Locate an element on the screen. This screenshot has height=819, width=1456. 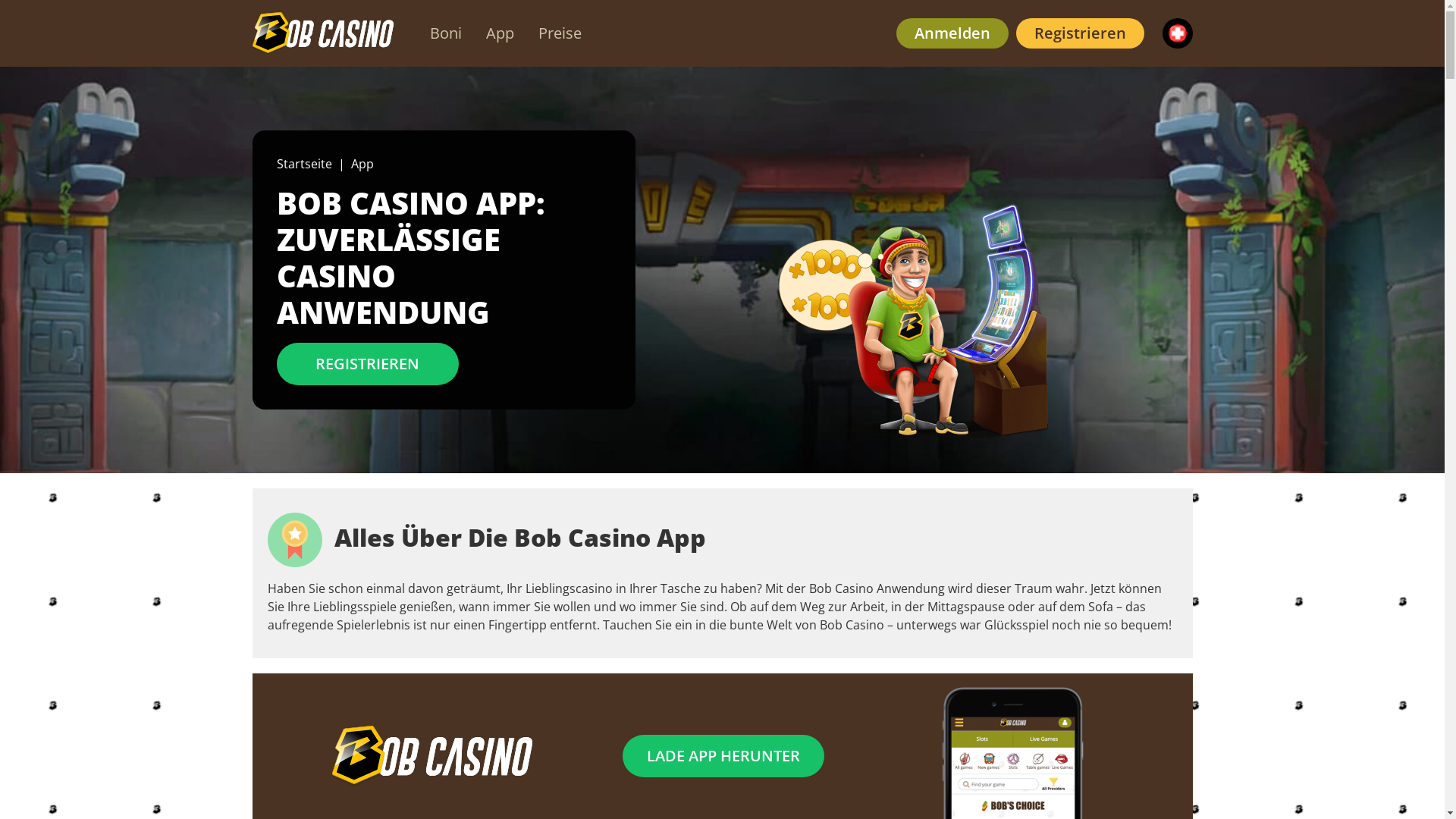
'Preise' is located at coordinates (559, 33).